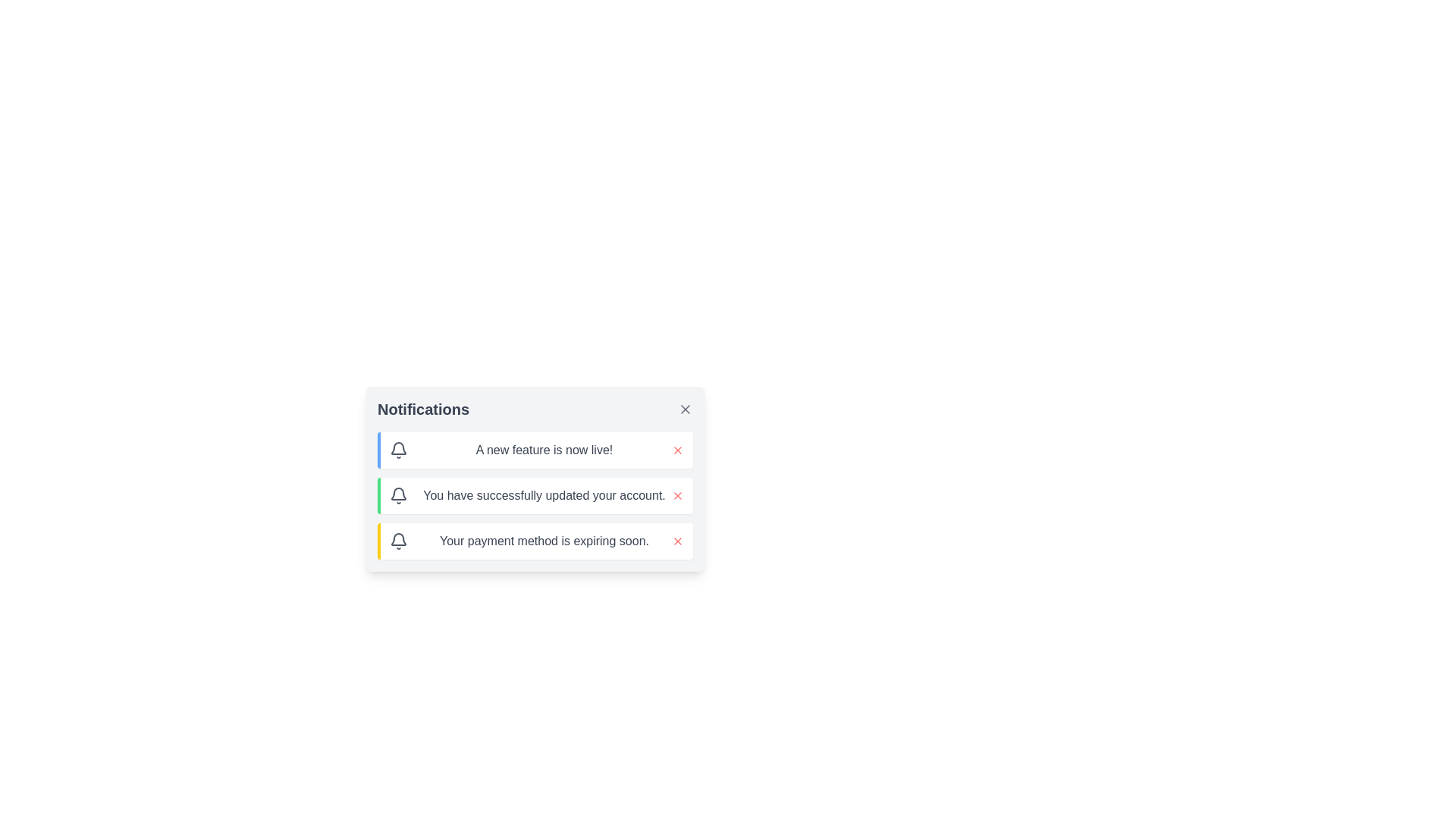  I want to click on the close button located at the far right of the notification bar that reads 'Your payment method is expiring soon' to change its color intensity, so click(676, 540).